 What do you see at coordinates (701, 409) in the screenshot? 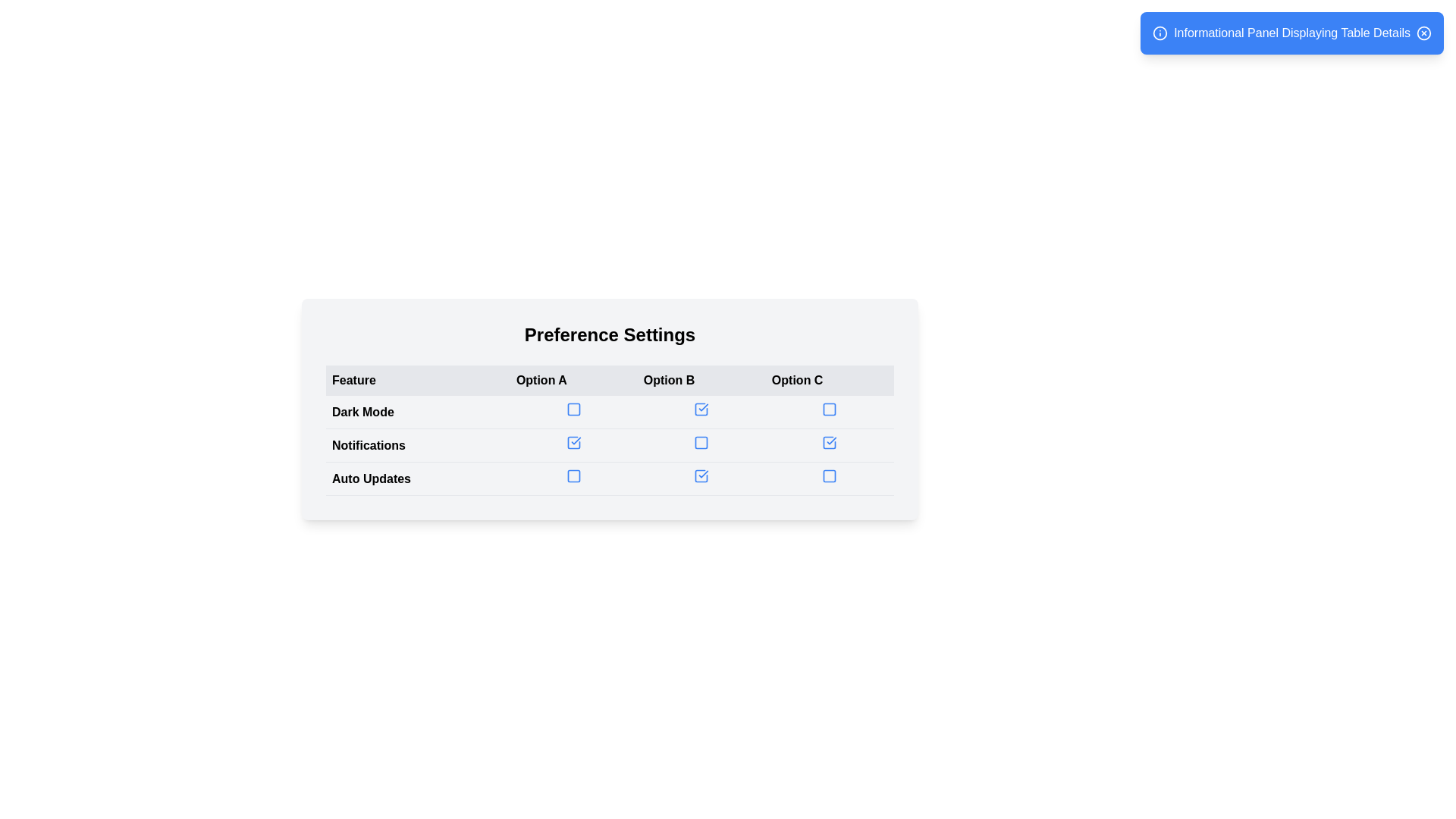
I see `the checkbox for 'Dark Mode' under 'Option B'` at bounding box center [701, 409].